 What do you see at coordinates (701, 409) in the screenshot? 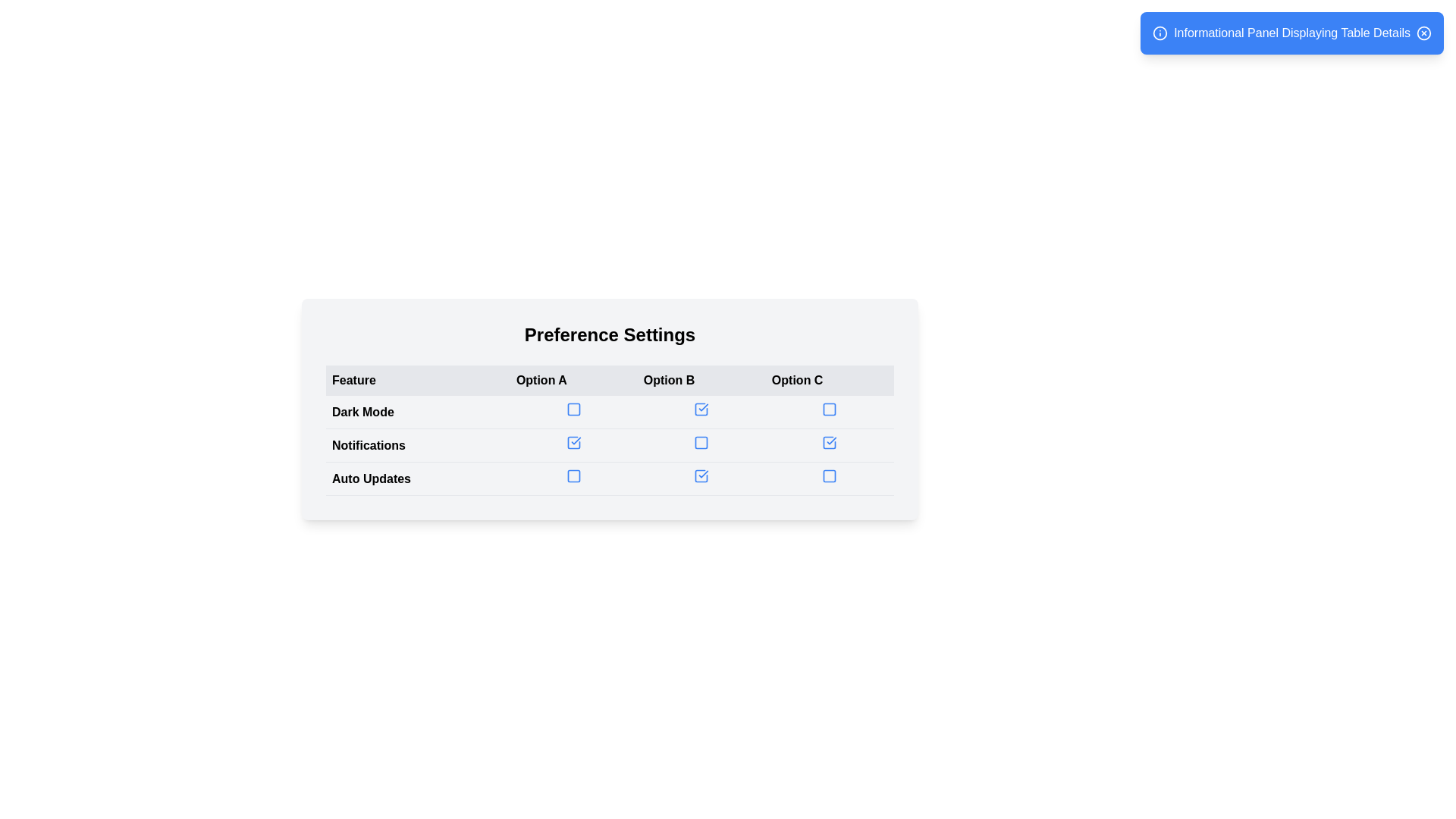
I see `the checkbox for 'Dark Mode' under 'Option B'` at bounding box center [701, 409].